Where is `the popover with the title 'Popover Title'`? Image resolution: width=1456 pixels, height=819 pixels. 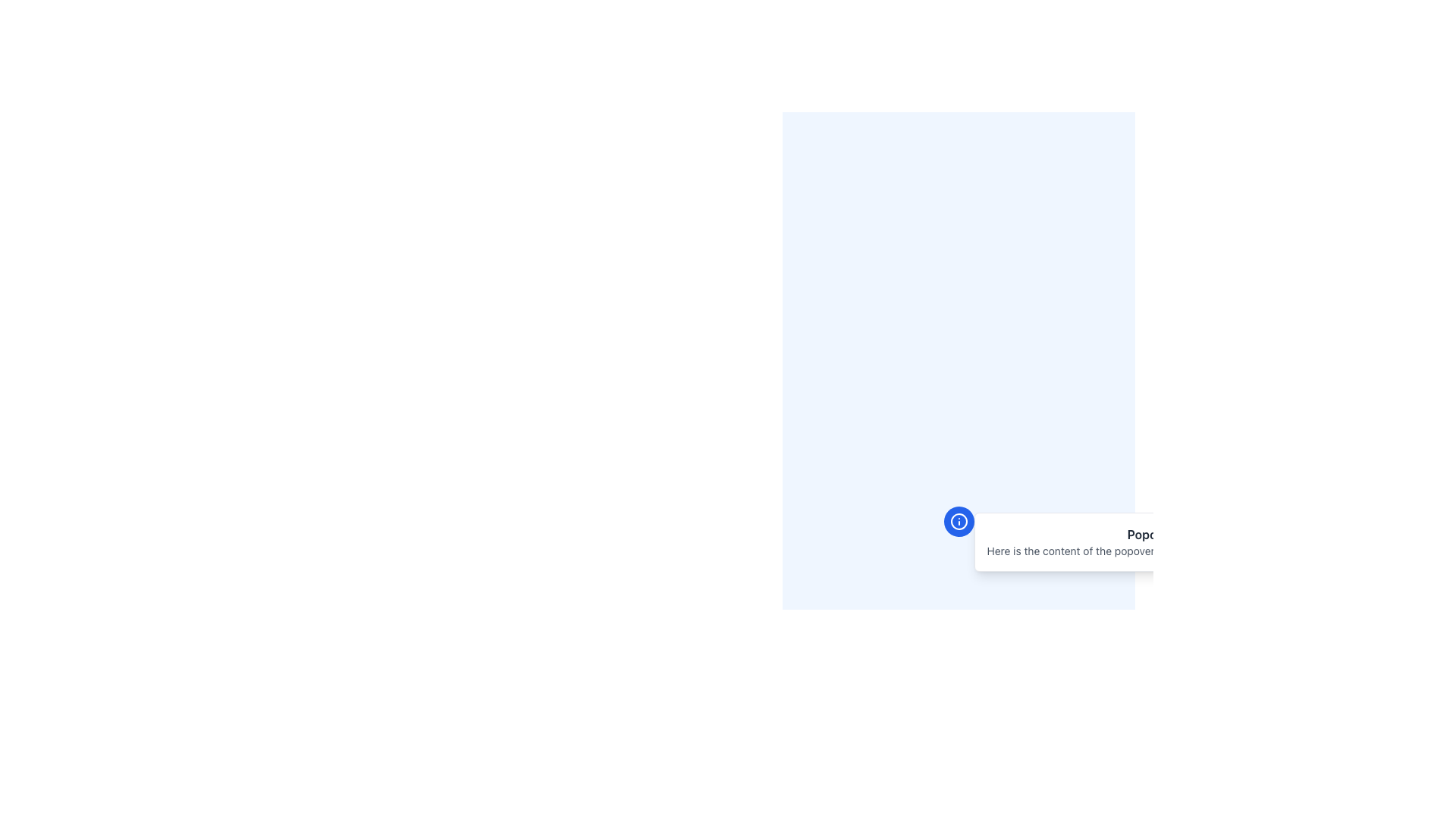 the popover with the title 'Popover Title' is located at coordinates (1164, 541).